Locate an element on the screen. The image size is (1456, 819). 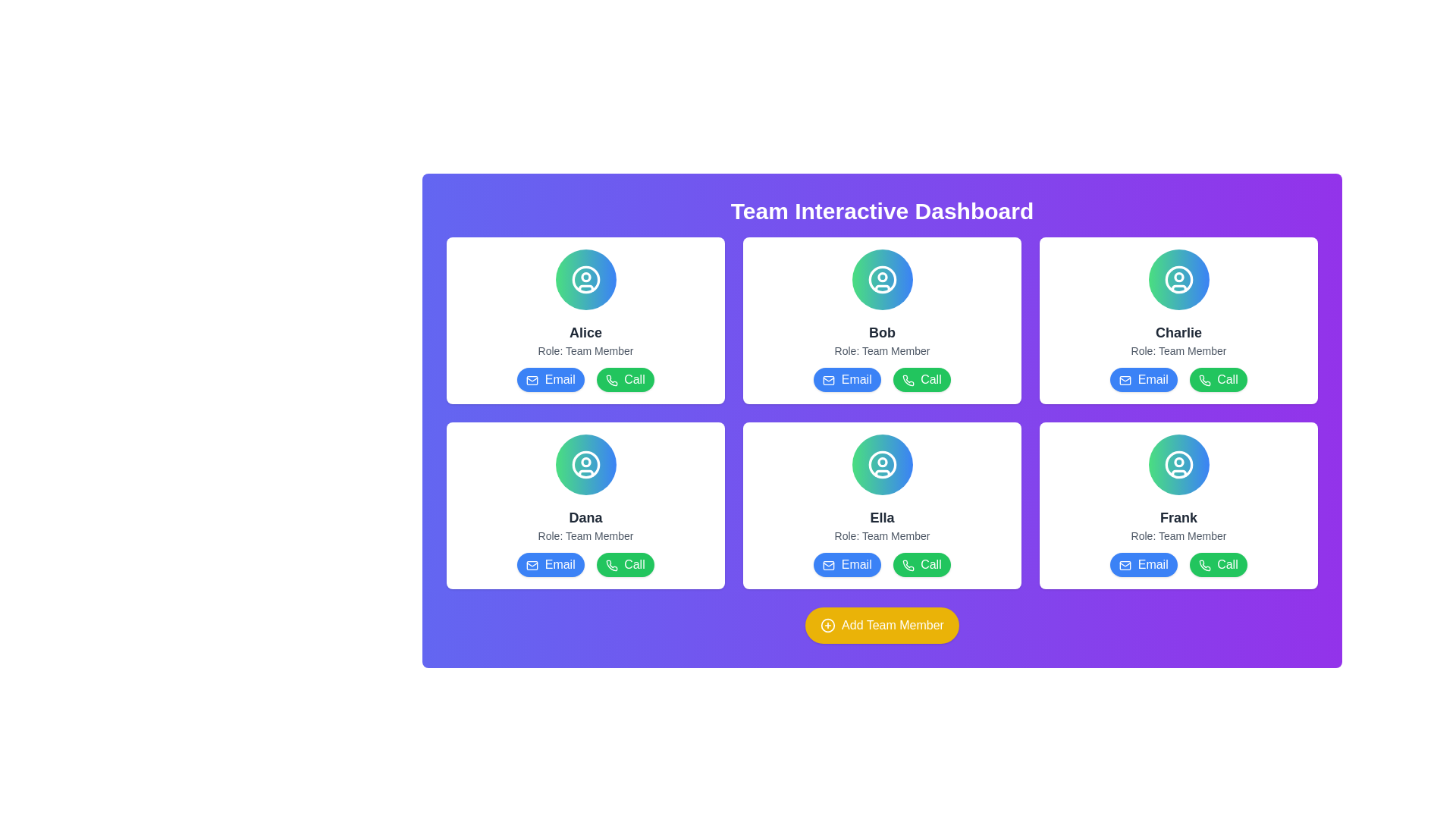
the first 'Email' button associated with the member 'Charlie' is located at coordinates (1144, 379).